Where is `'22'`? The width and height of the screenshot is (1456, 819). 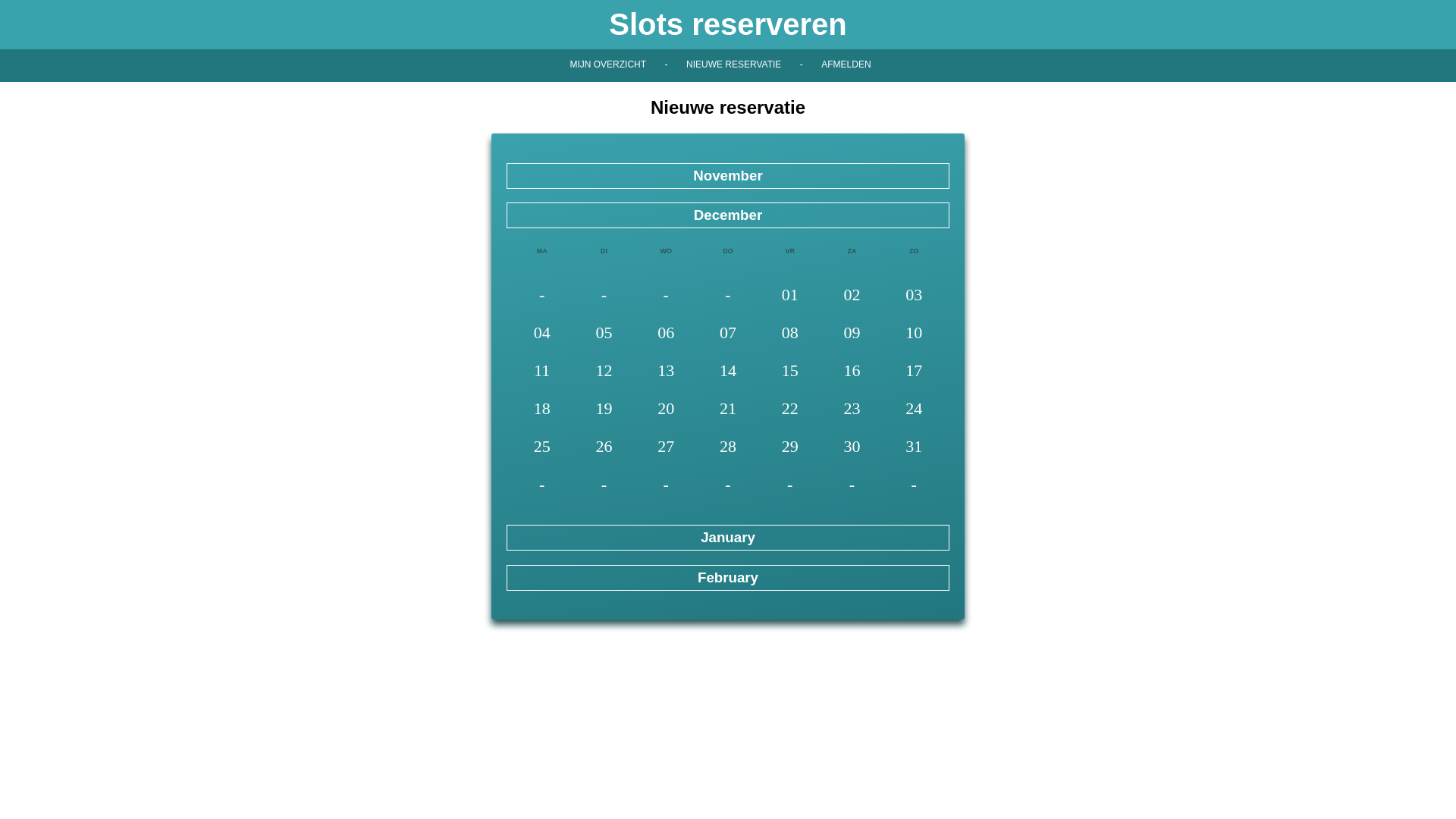 '22' is located at coordinates (789, 409).